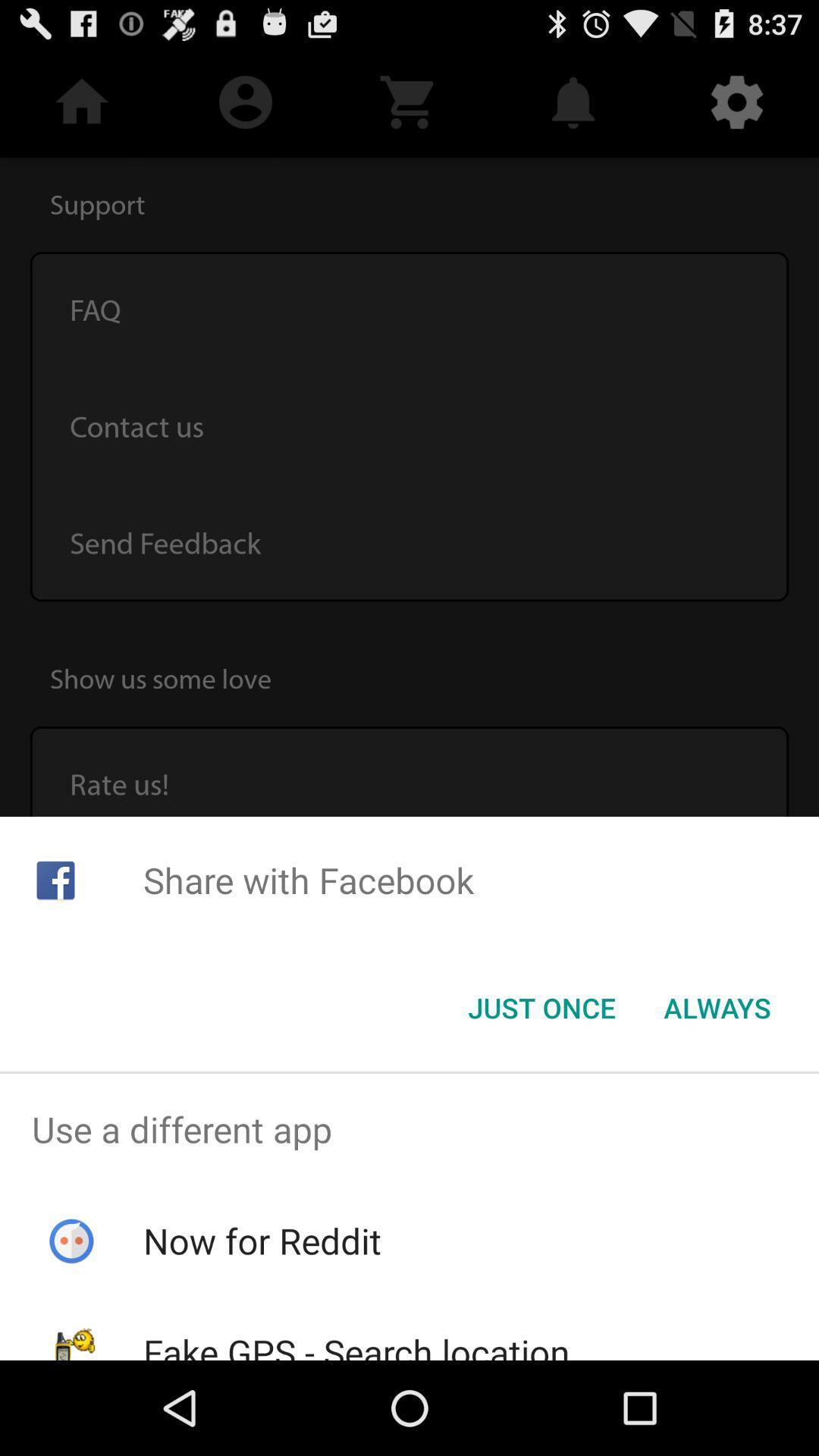 The height and width of the screenshot is (1456, 819). What do you see at coordinates (356, 1344) in the screenshot?
I see `fake gps search item` at bounding box center [356, 1344].